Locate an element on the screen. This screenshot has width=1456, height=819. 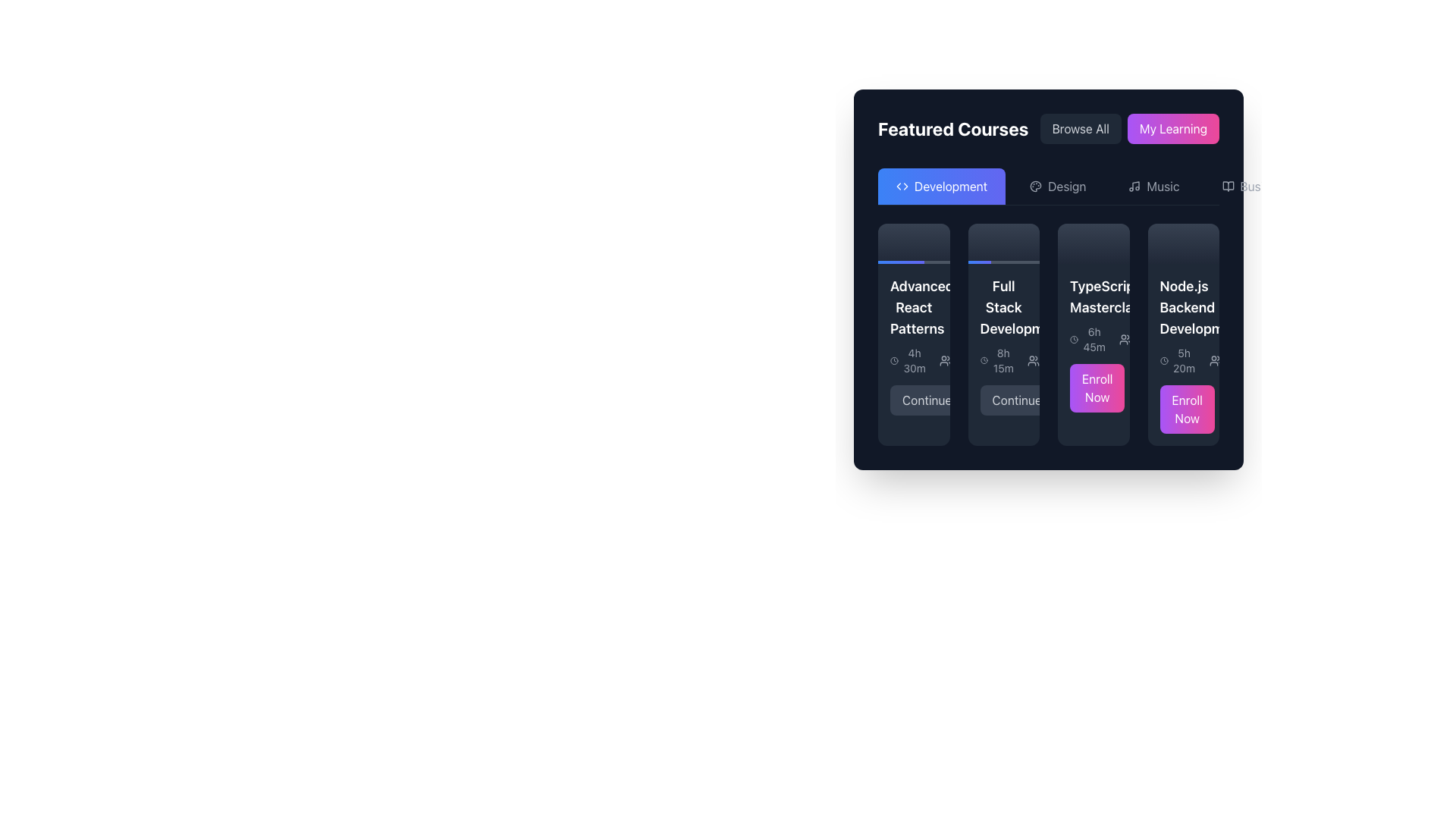
the SVG icon representing a small group of users located to the left of the numeric text '2,156' in the bottom-center area of the card-like interface is located at coordinates (1033, 361).